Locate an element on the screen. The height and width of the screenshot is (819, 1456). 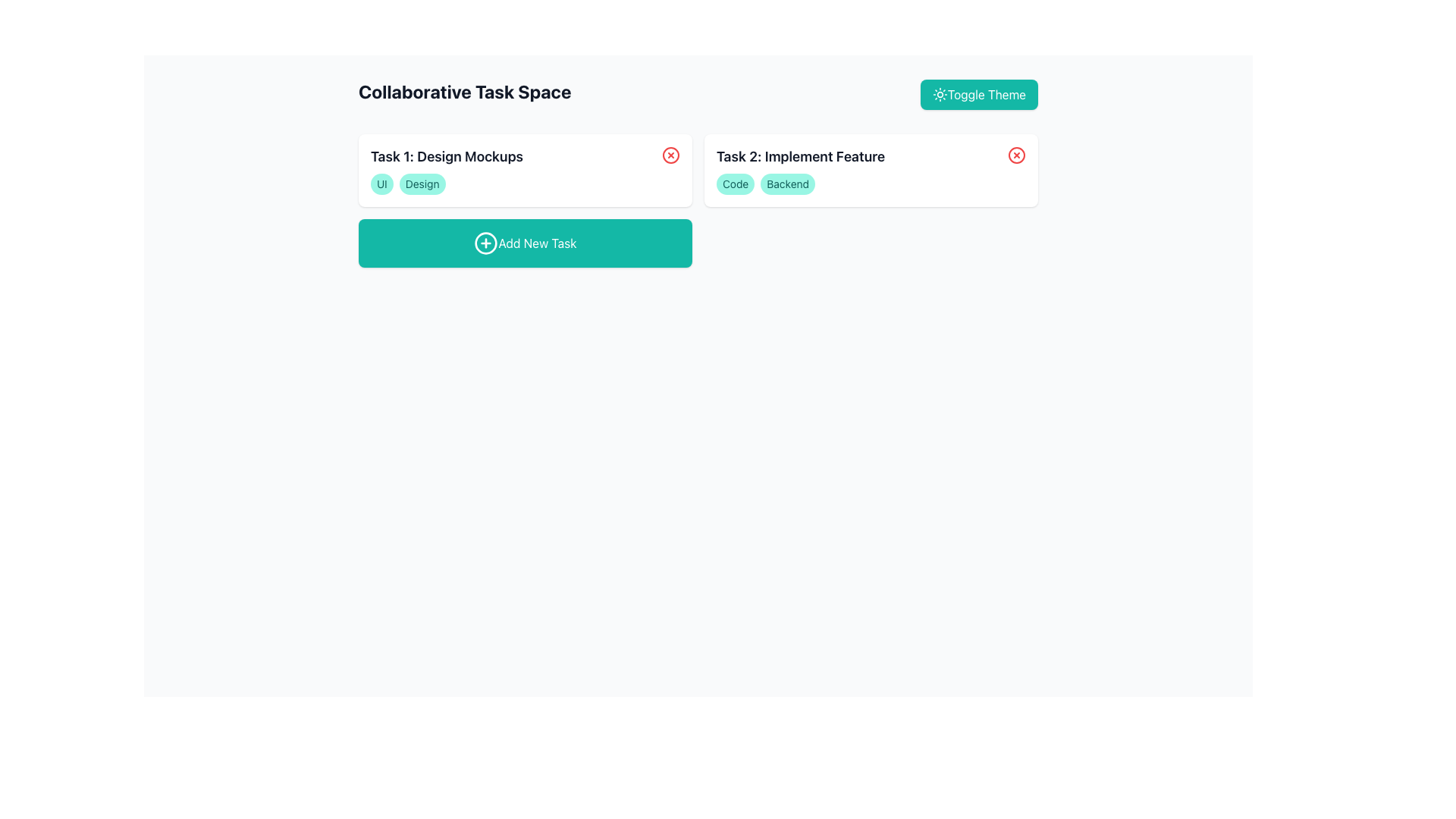
the first label with a teal background and bold text reading 'UI' within the card labeled 'Task 1: Design Mockups' is located at coordinates (381, 184).